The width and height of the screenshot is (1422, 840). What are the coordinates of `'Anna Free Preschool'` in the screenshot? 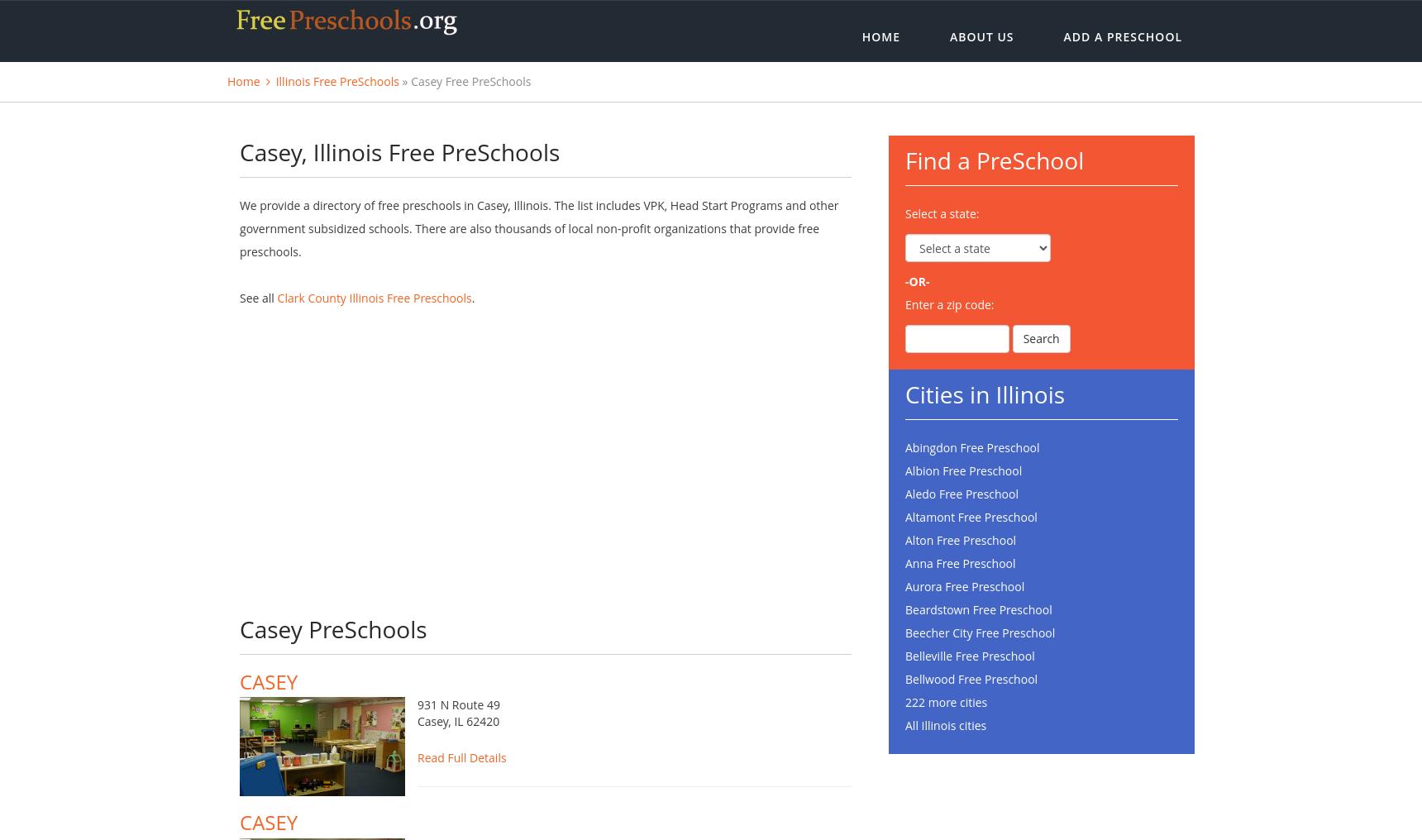 It's located at (904, 581).